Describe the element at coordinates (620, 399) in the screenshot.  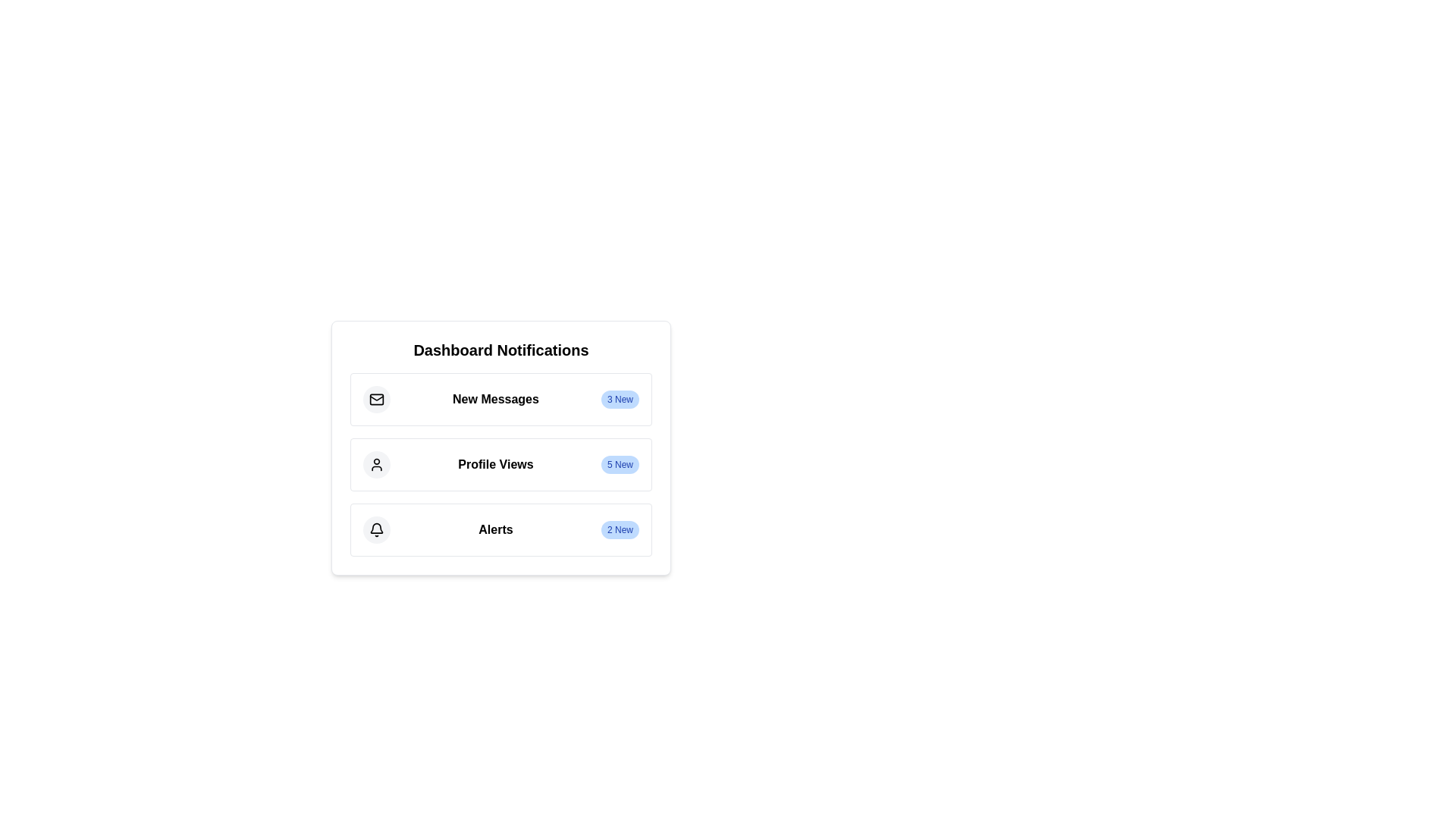
I see `the small rounded badge with a pale blue background and bold blue text displaying '3 New', located to the far right of the 'New Messages' row in the notification categories list` at that location.